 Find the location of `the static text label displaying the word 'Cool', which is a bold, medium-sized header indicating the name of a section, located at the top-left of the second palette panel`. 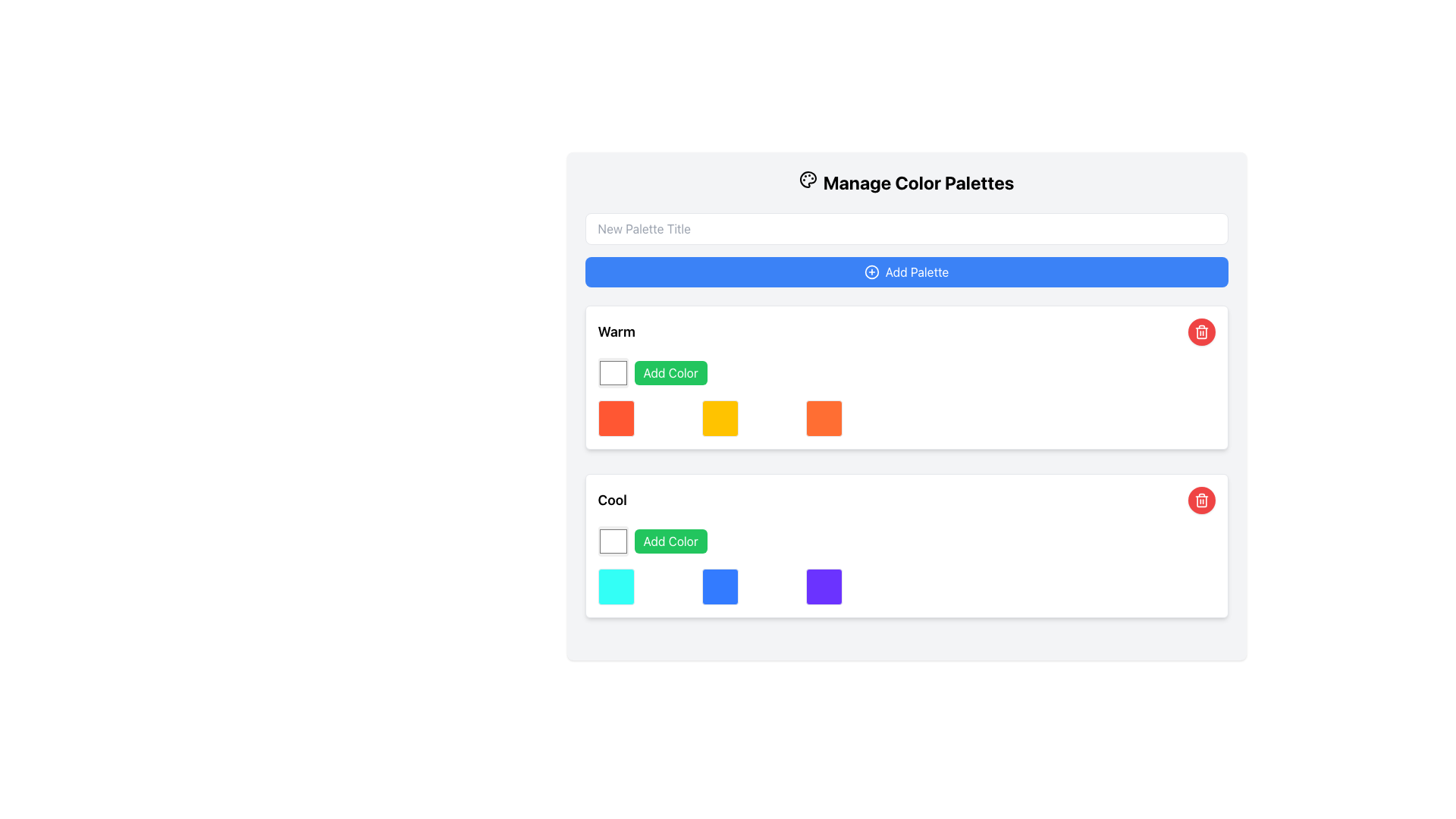

the static text label displaying the word 'Cool', which is a bold, medium-sized header indicating the name of a section, located at the top-left of the second palette panel is located at coordinates (612, 500).